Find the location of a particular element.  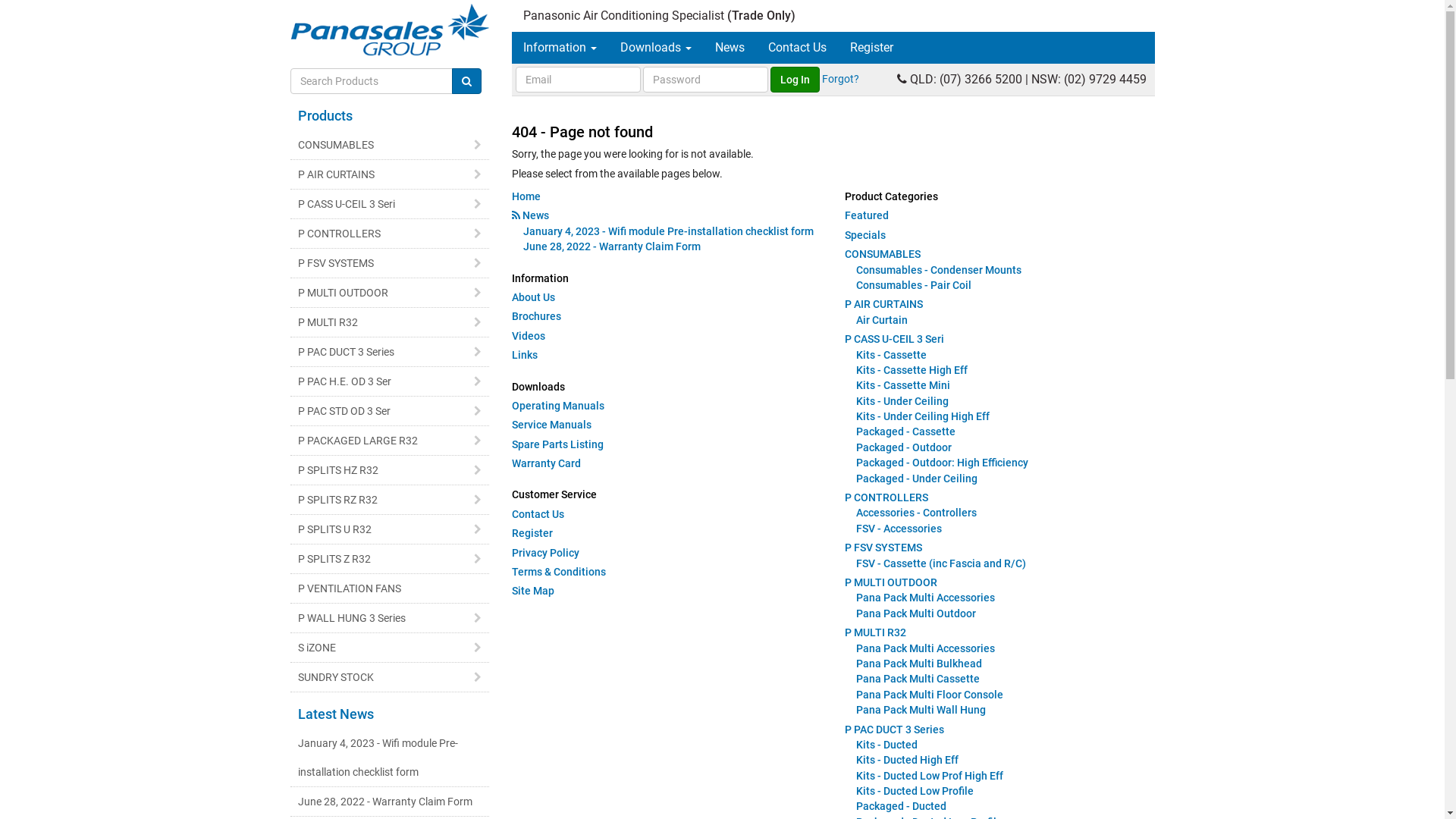

'Featured' is located at coordinates (866, 215).